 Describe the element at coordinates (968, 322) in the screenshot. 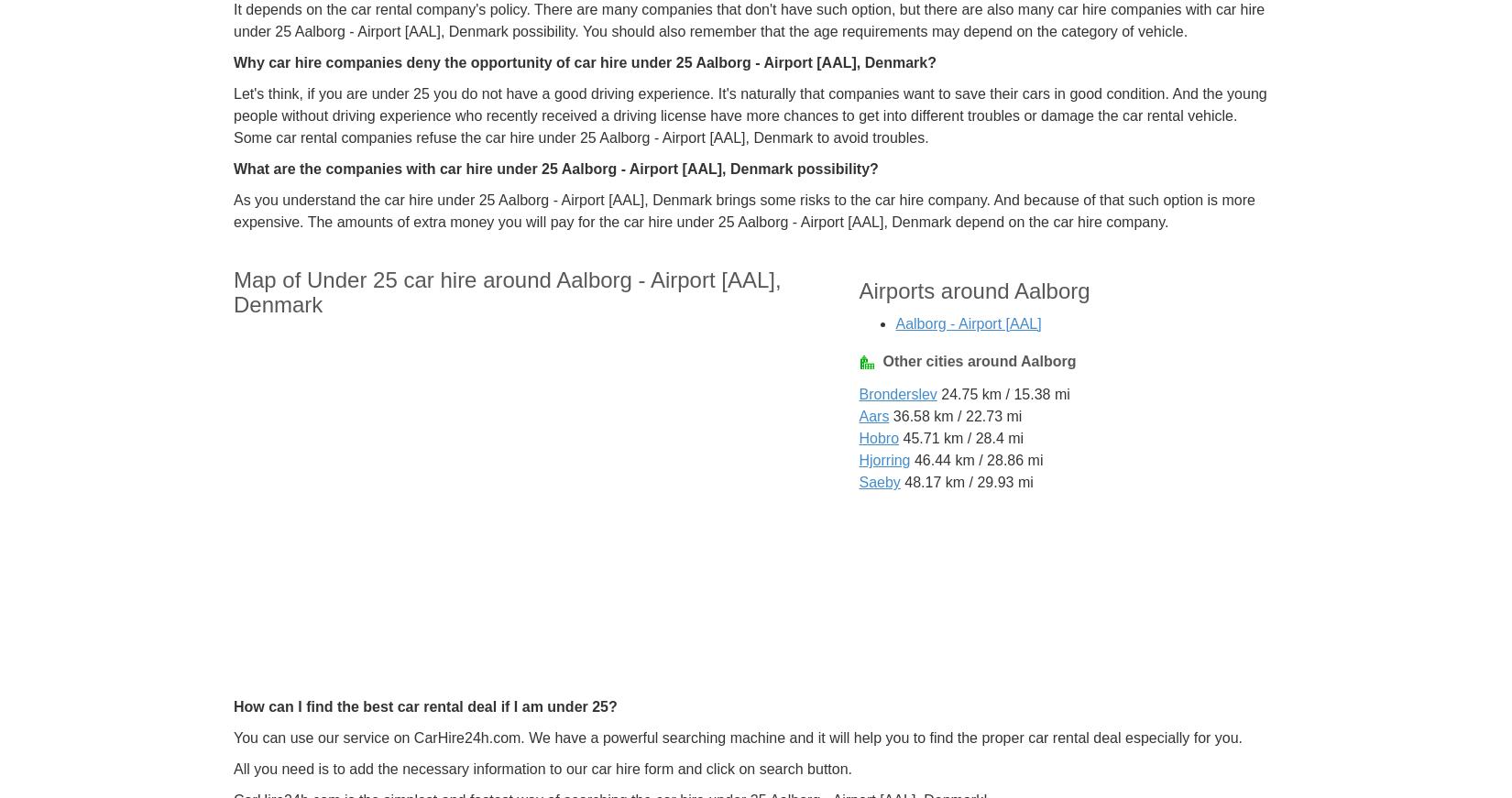

I see `'Aalborg - Airport [AAL]'` at that location.